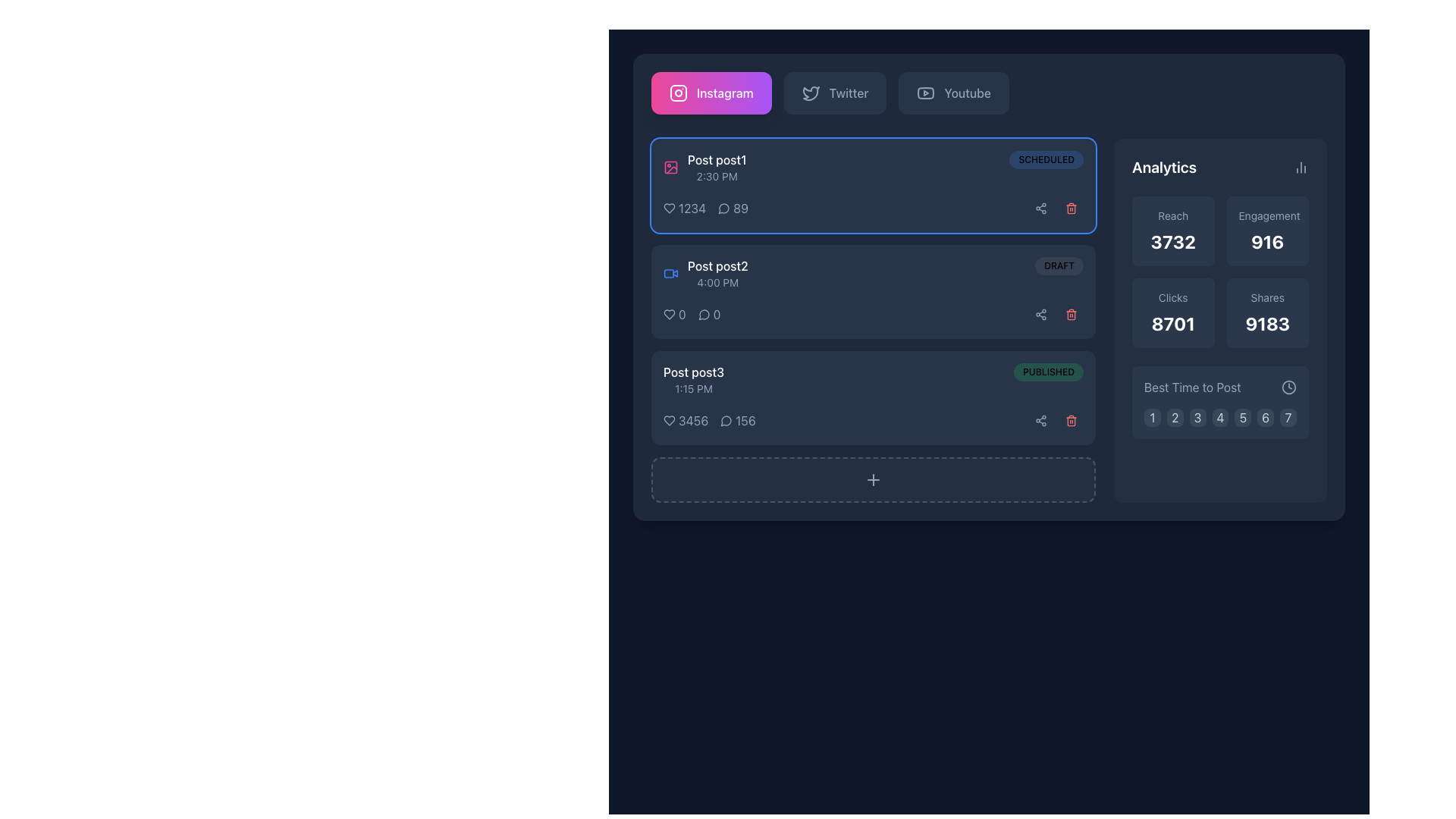  What do you see at coordinates (685, 421) in the screenshot?
I see `the text display element showing the count '3456' with a heart-shaped icon to its left, located in the metadata section of 'Post post3'` at bounding box center [685, 421].